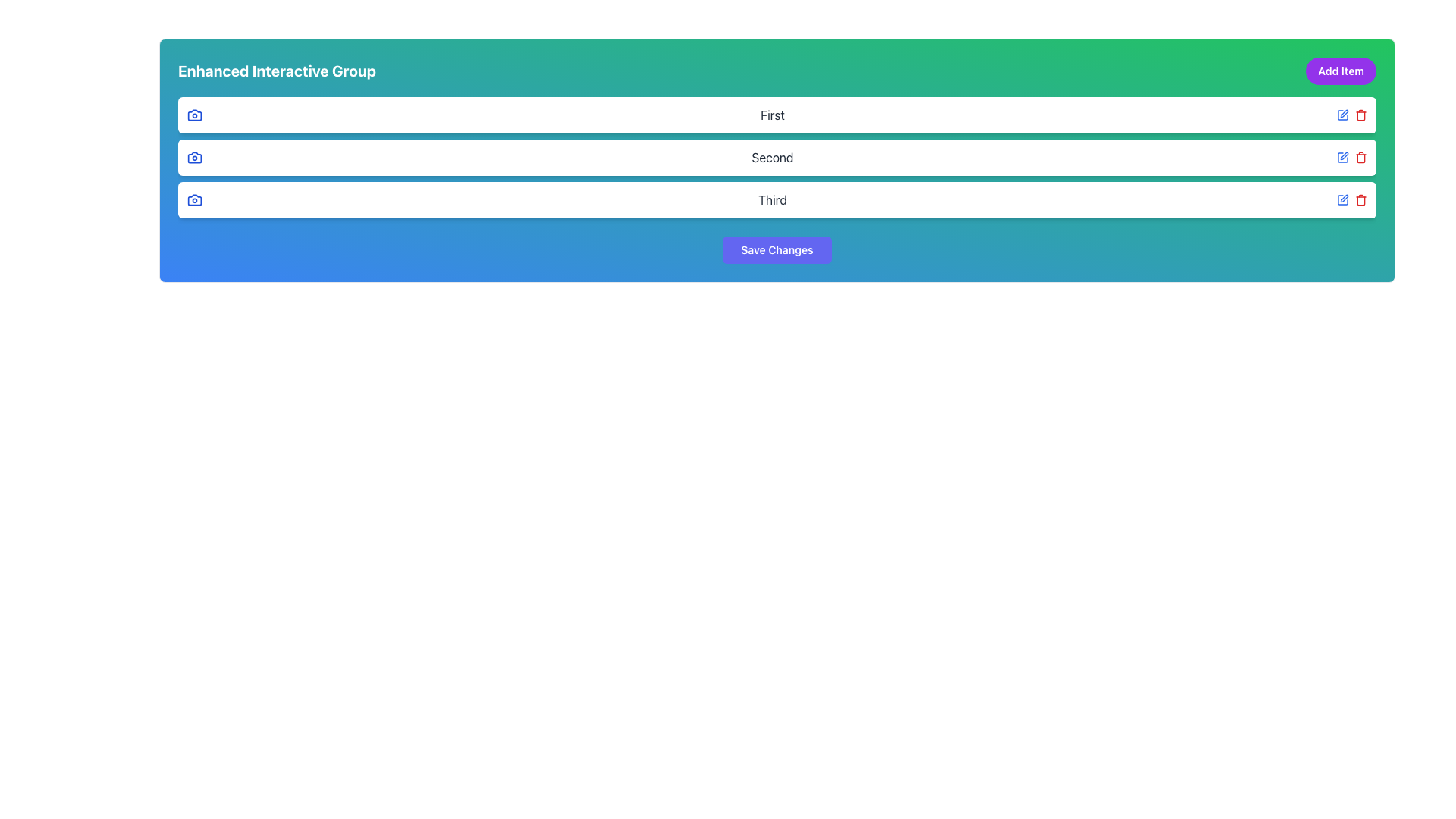 This screenshot has height=819, width=1456. Describe the element at coordinates (772, 114) in the screenshot. I see `the text label that identifies the first item in the 'Enhanced Interactive Group', located at the top of a vertically stacked list, above the items labeled 'Second' and 'Third'` at that location.